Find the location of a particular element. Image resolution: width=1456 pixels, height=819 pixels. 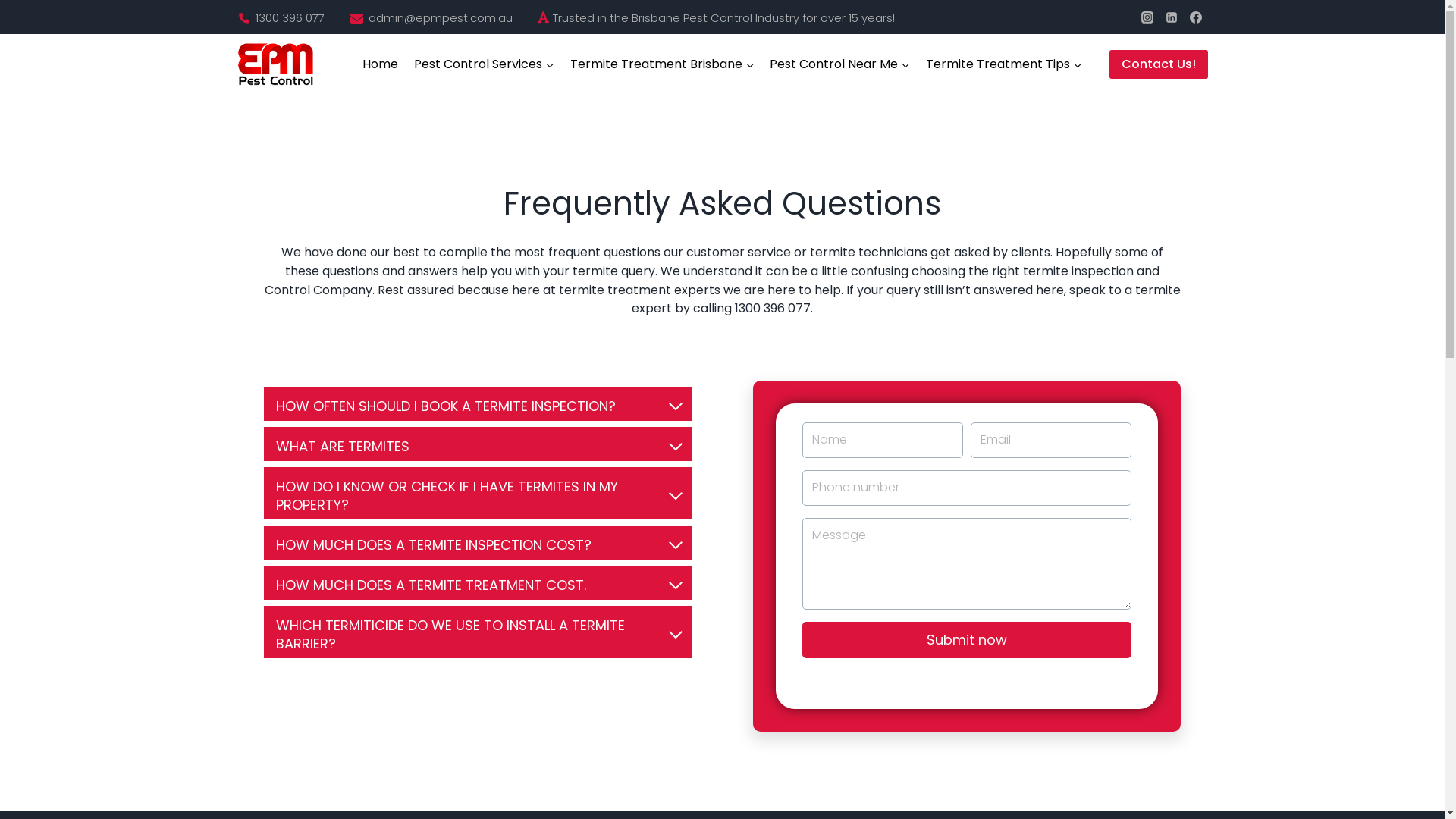

'Home' is located at coordinates (381, 64).